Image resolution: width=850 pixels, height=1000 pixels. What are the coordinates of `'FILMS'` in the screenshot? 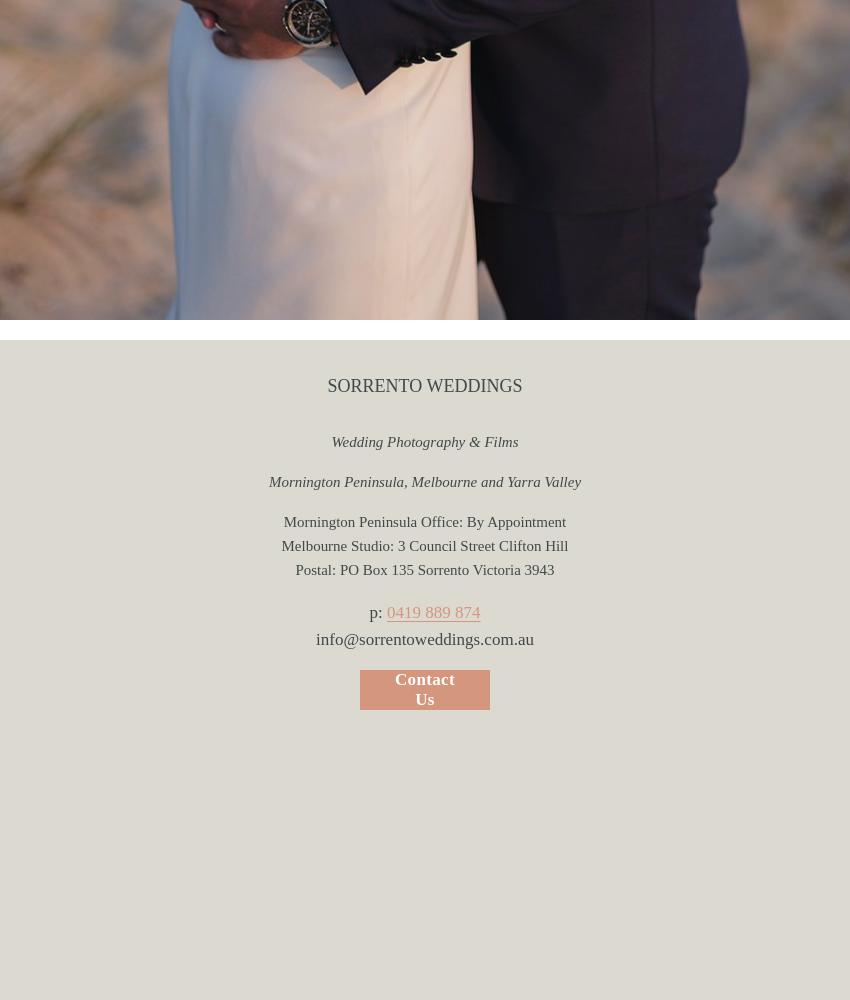 It's located at (424, 66).